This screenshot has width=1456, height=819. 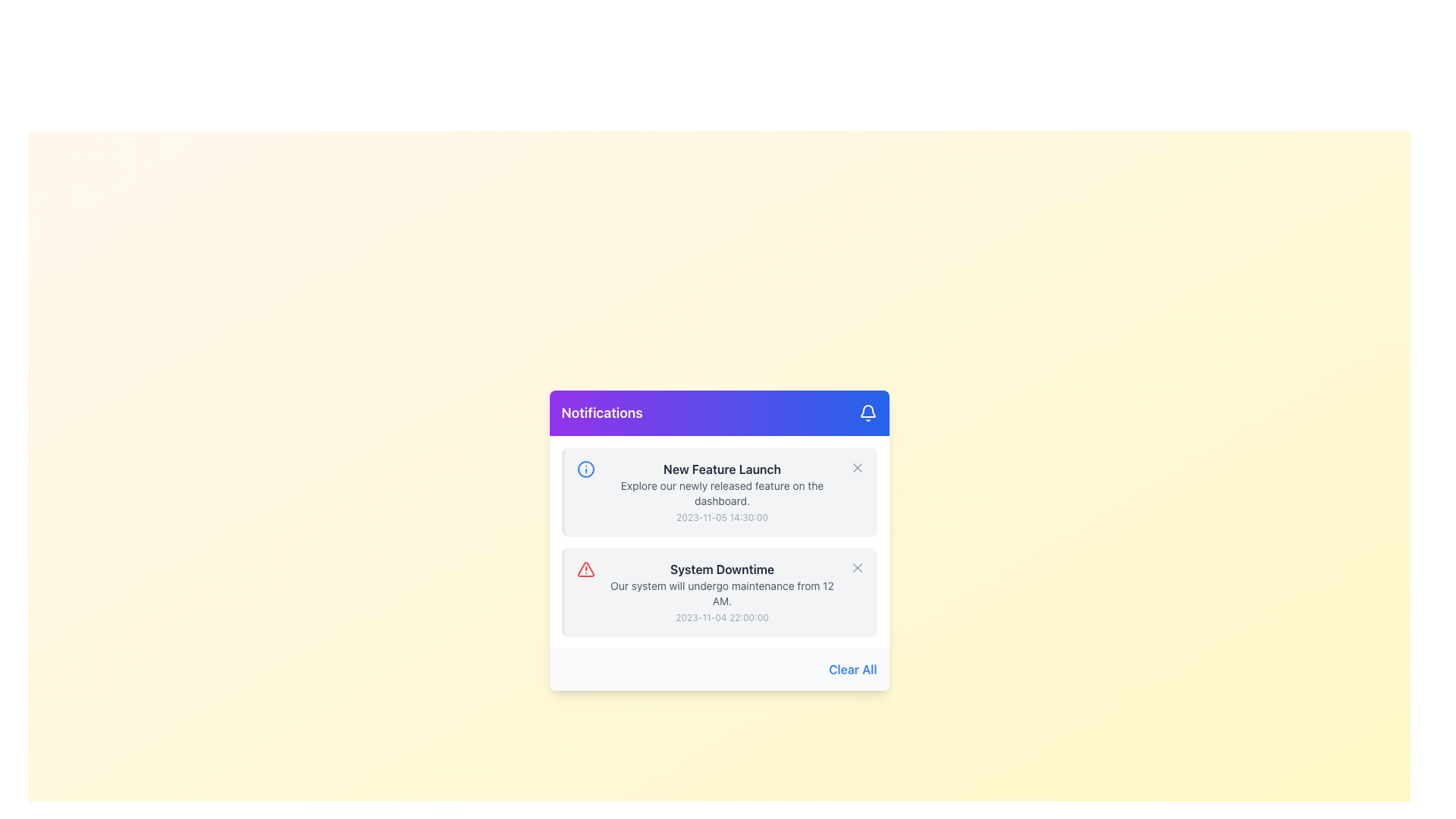 What do you see at coordinates (721, 494) in the screenshot?
I see `the text component providing additional information about the title 'New Feature Launch', which is centrally positioned in a notification card below the title and above the timestamp` at bounding box center [721, 494].